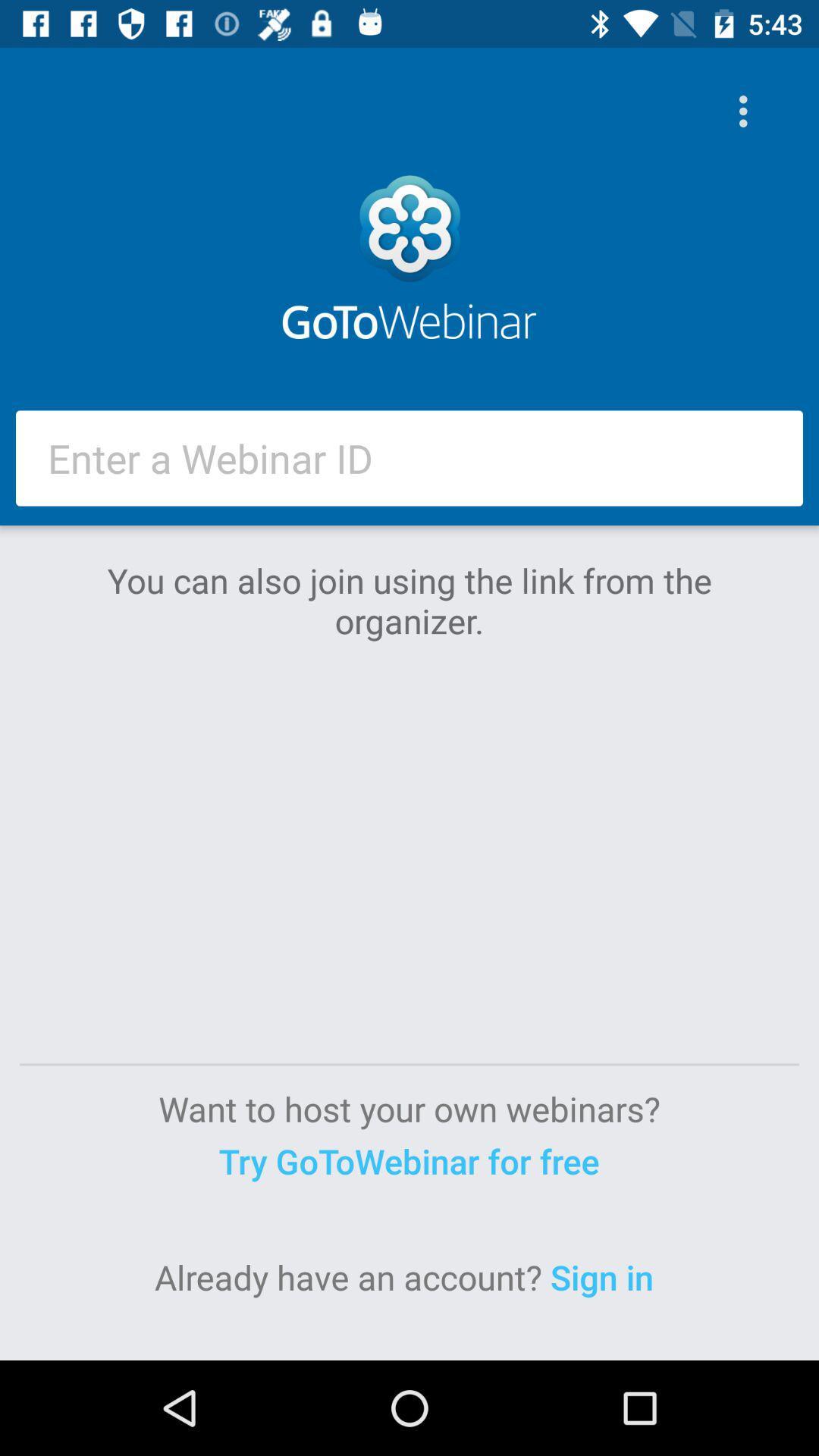  I want to click on item above you can also icon, so click(409, 457).